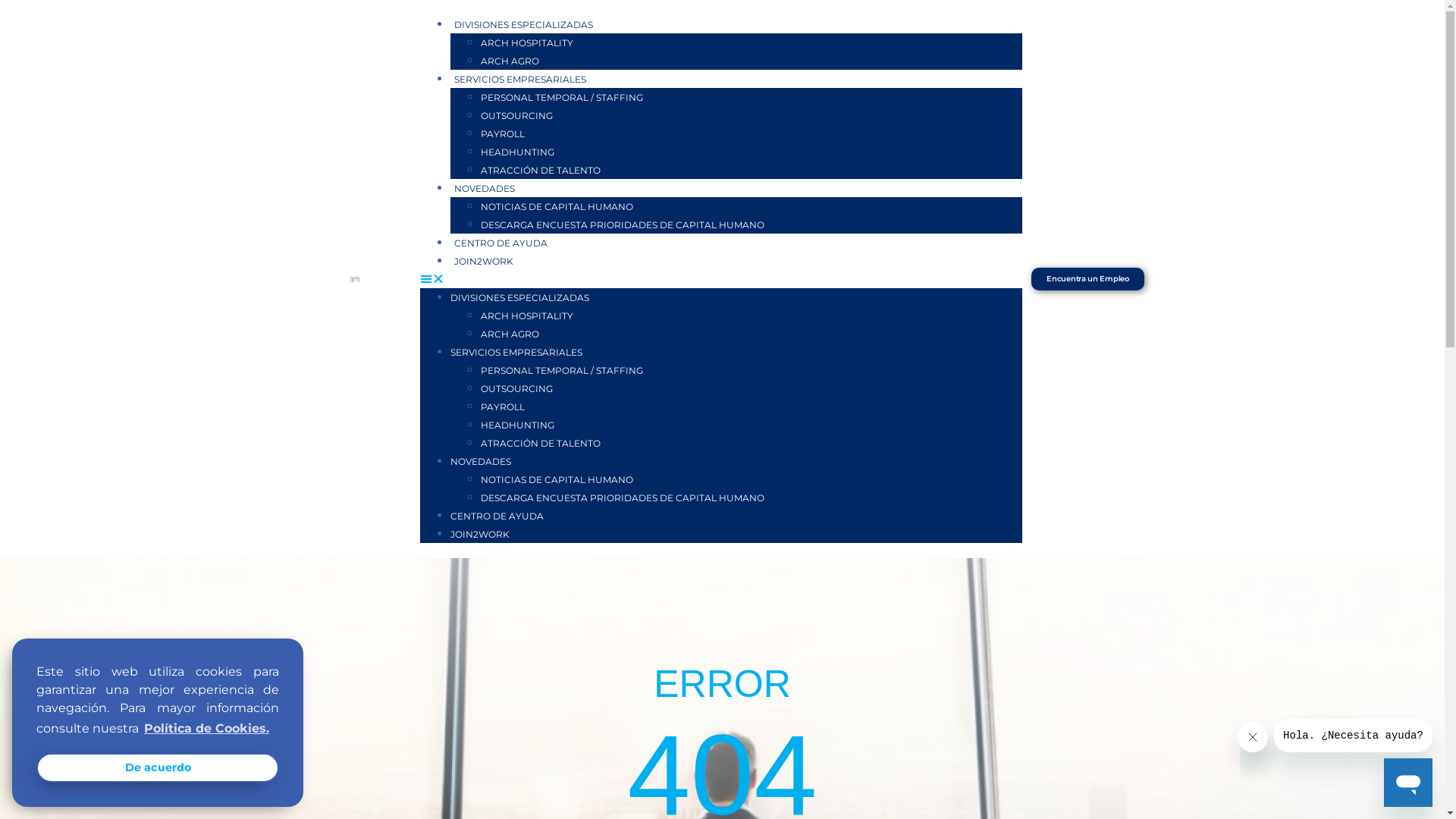  Describe the element at coordinates (516, 115) in the screenshot. I see `'OUTSOURCING'` at that location.